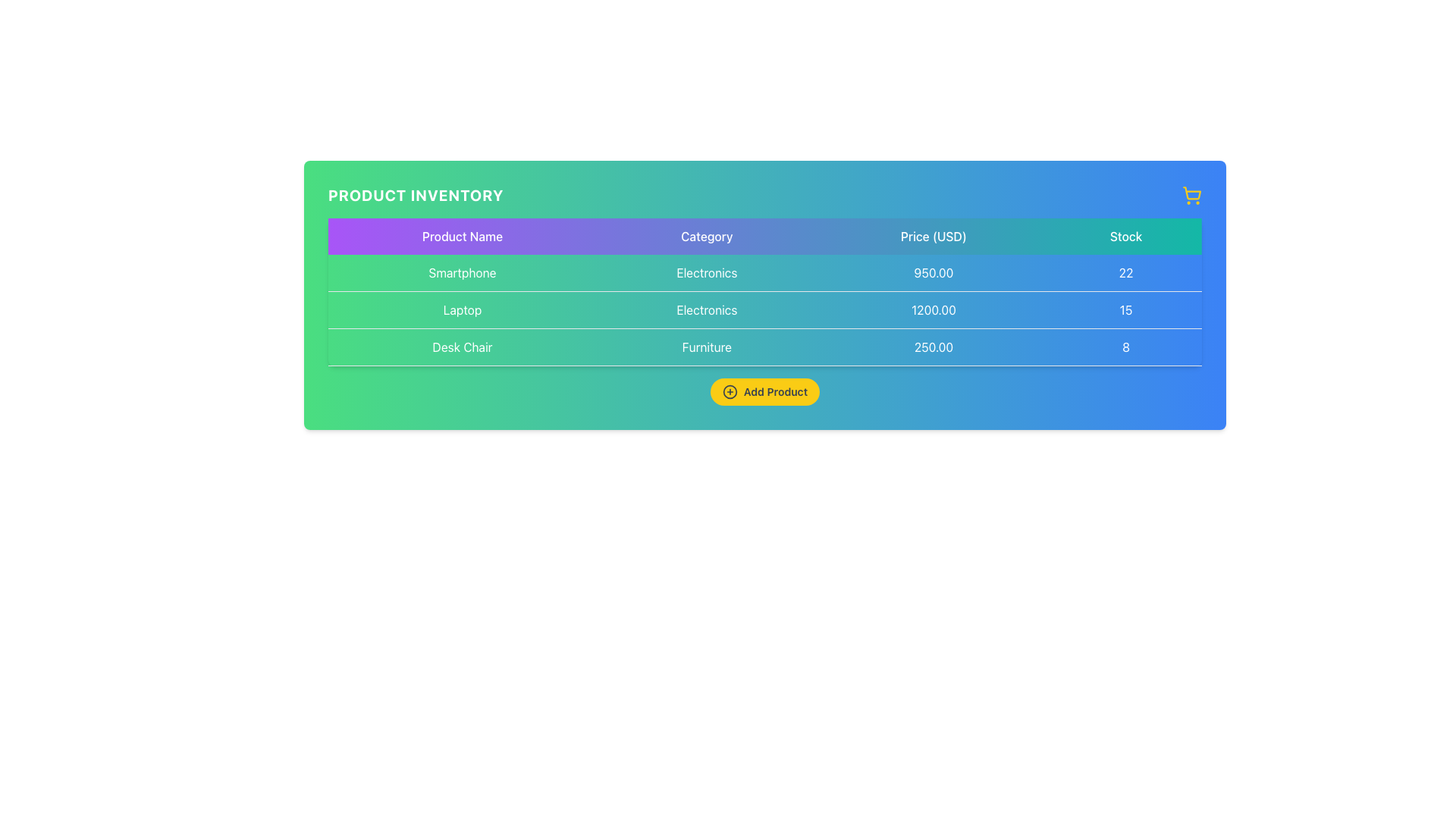 This screenshot has height=819, width=1456. Describe the element at coordinates (1126, 273) in the screenshot. I see `the static text element displaying the stock quantity for the 'Smartphone' product in the inventory table, located in the last column of the first row` at that location.